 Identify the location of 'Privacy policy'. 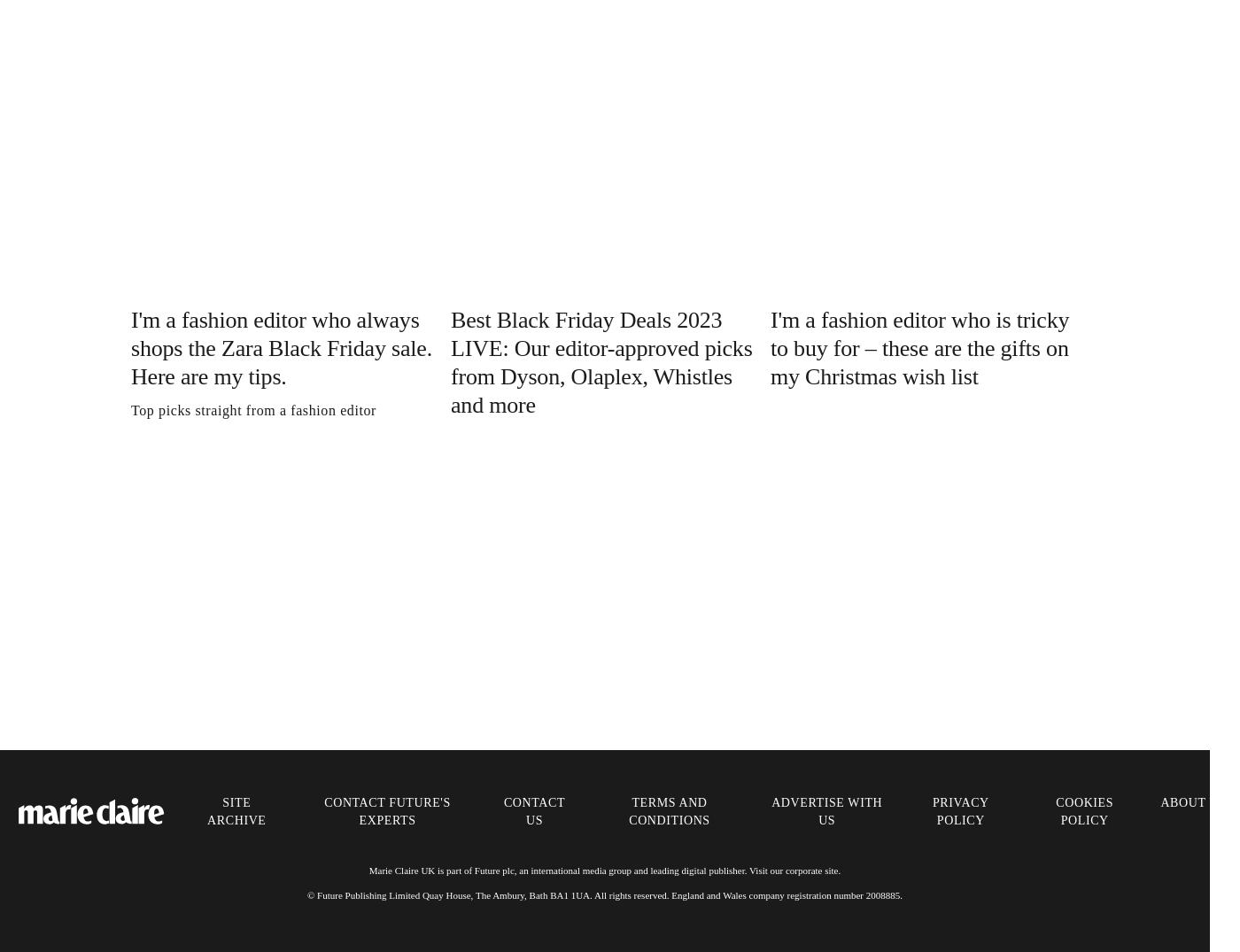
(960, 809).